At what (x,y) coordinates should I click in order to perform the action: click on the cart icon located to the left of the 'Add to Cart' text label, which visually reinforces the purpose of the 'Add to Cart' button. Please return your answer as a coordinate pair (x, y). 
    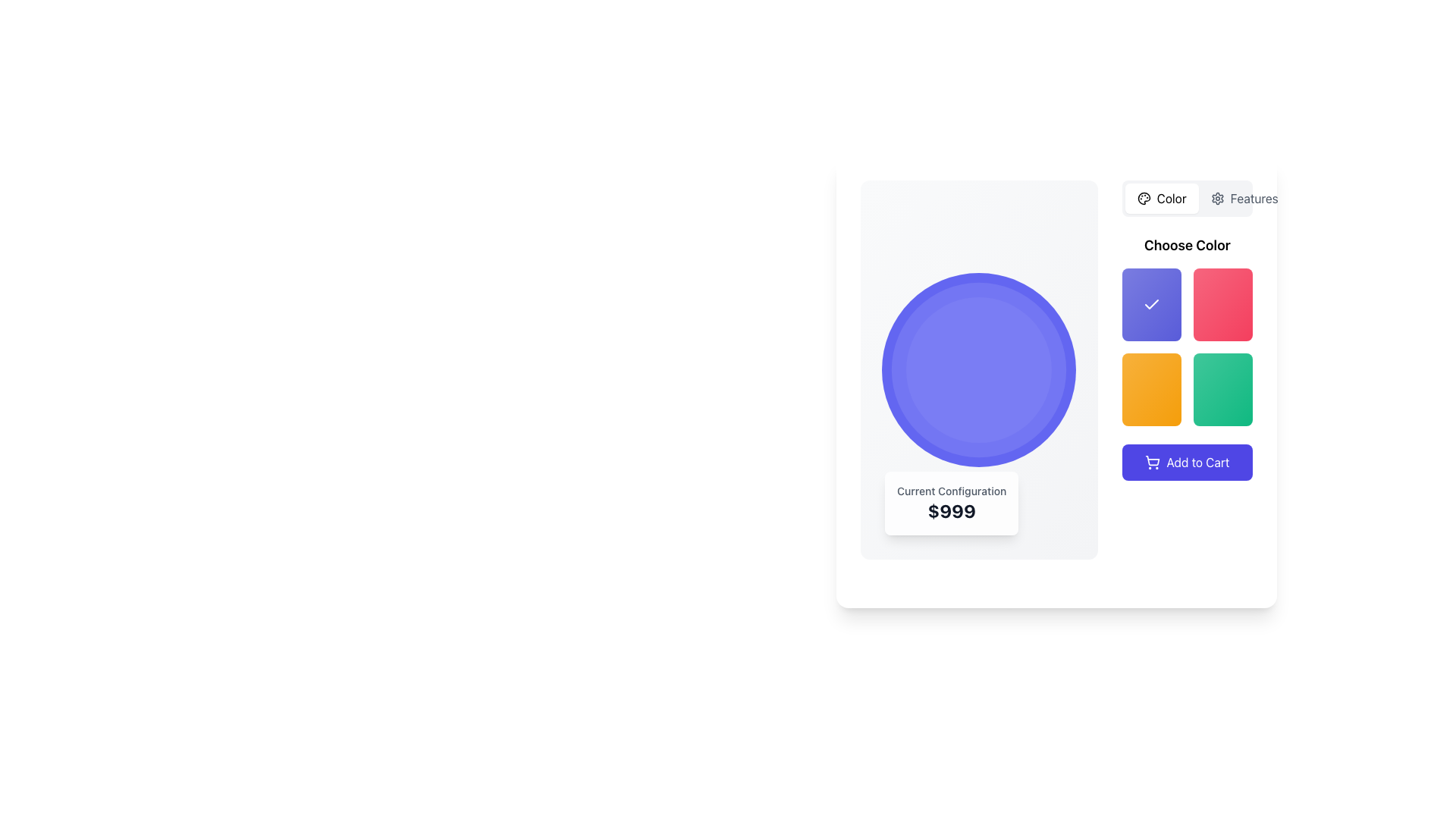
    Looking at the image, I should click on (1153, 461).